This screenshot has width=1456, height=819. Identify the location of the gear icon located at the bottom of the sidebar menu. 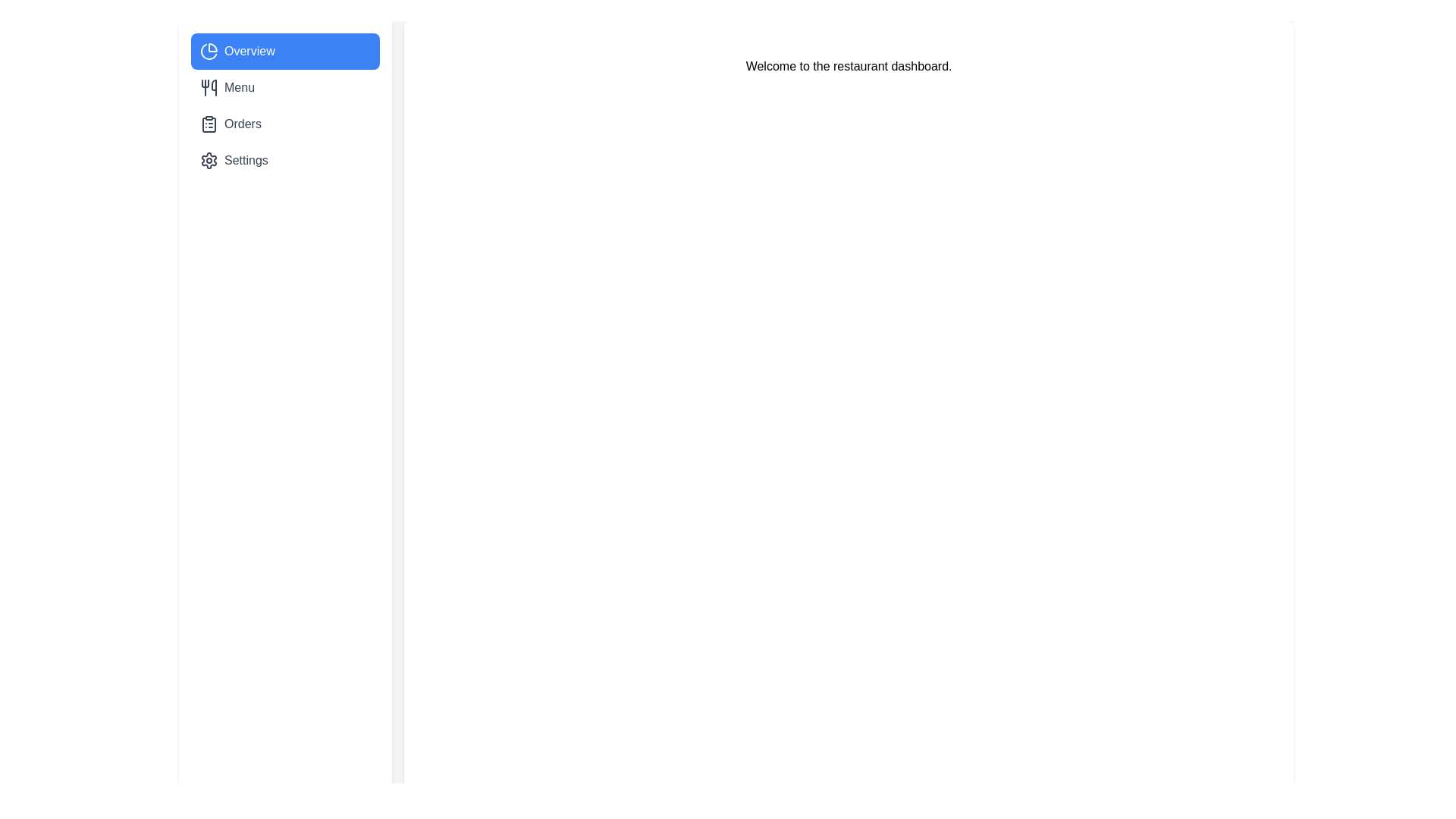
(208, 161).